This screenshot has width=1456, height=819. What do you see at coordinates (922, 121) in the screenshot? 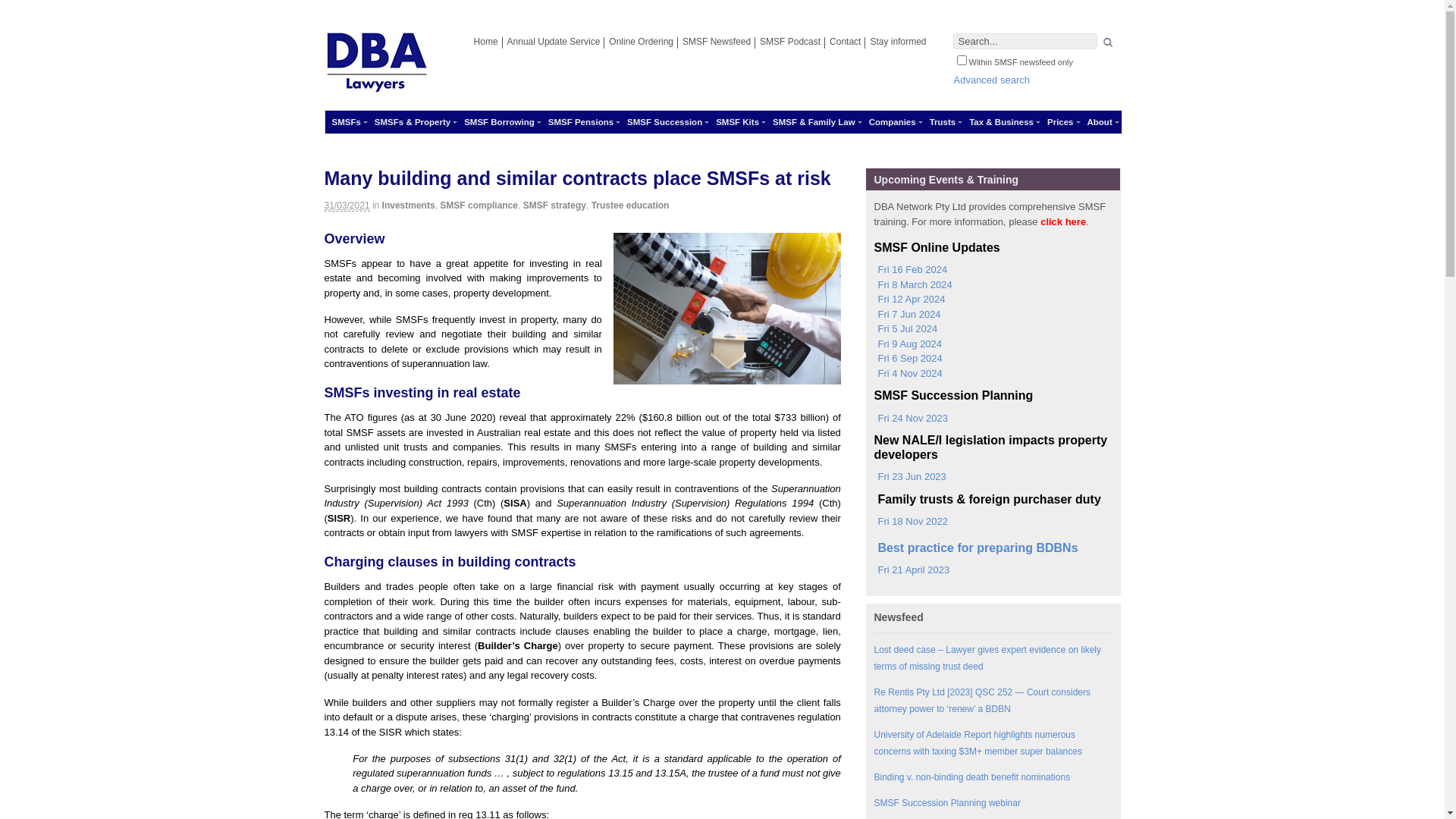
I see `'Trusts'` at bounding box center [922, 121].